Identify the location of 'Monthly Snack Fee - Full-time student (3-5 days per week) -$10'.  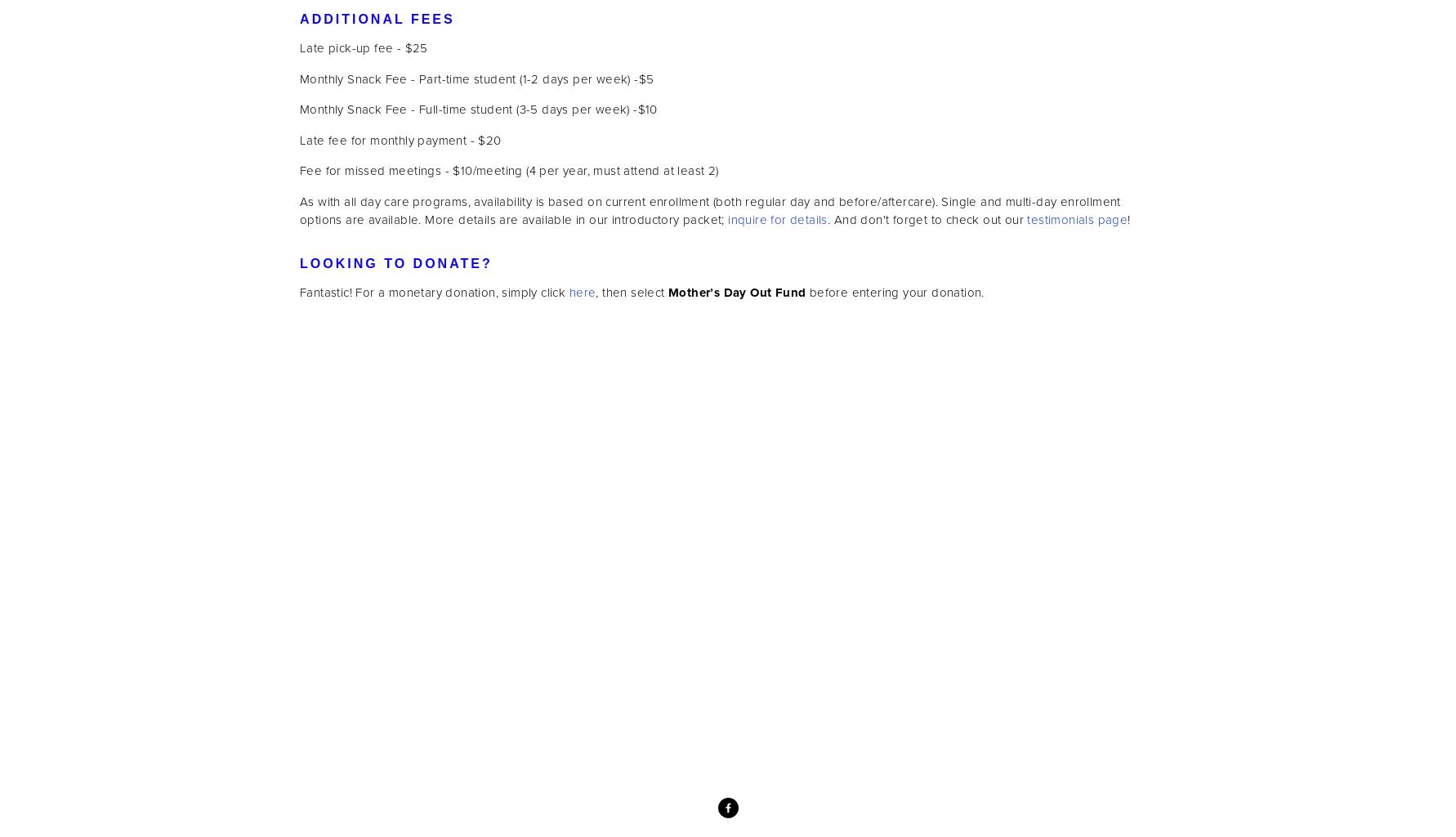
(478, 109).